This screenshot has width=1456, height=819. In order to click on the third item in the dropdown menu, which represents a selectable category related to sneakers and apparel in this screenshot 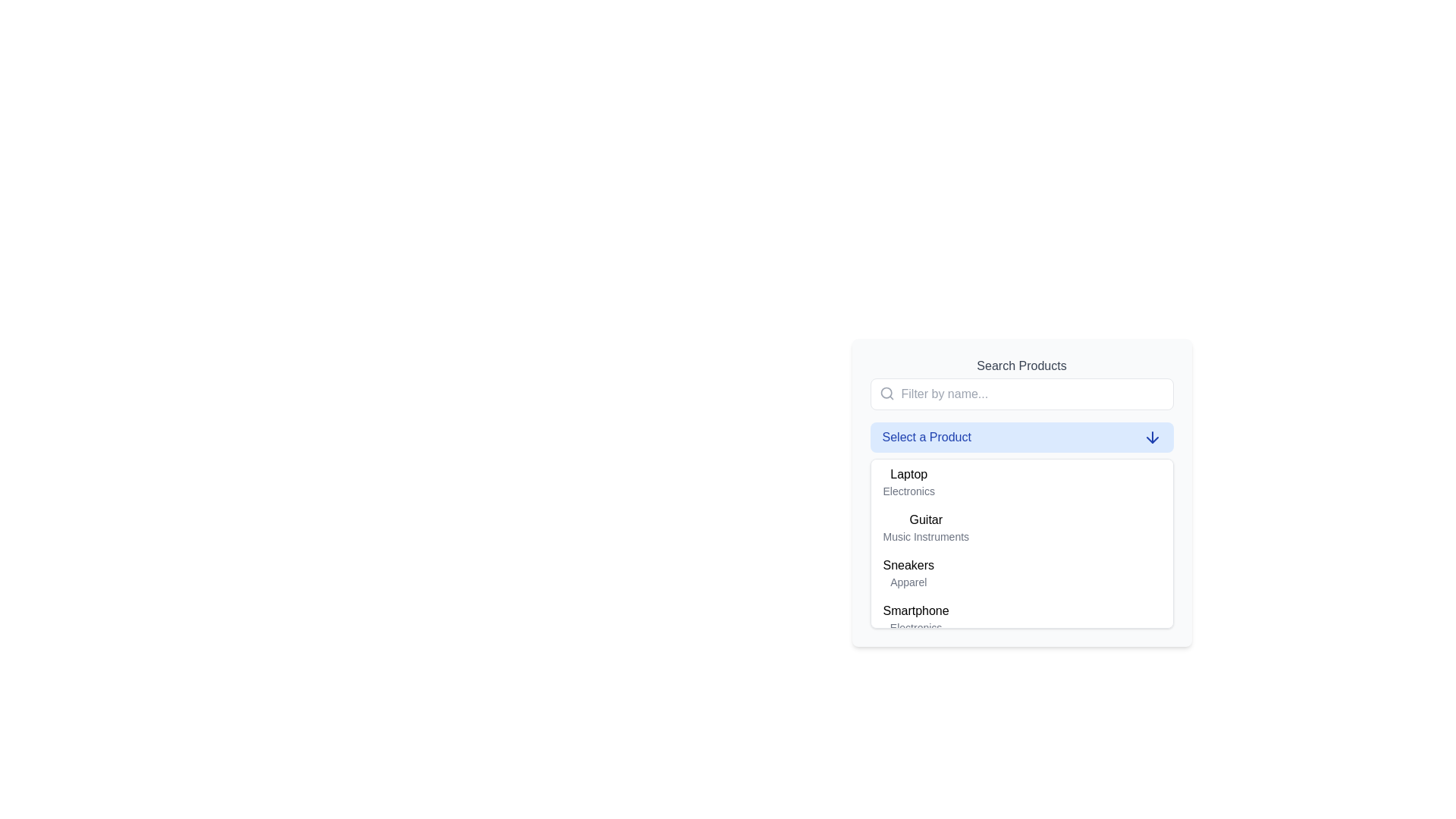, I will do `click(908, 573)`.